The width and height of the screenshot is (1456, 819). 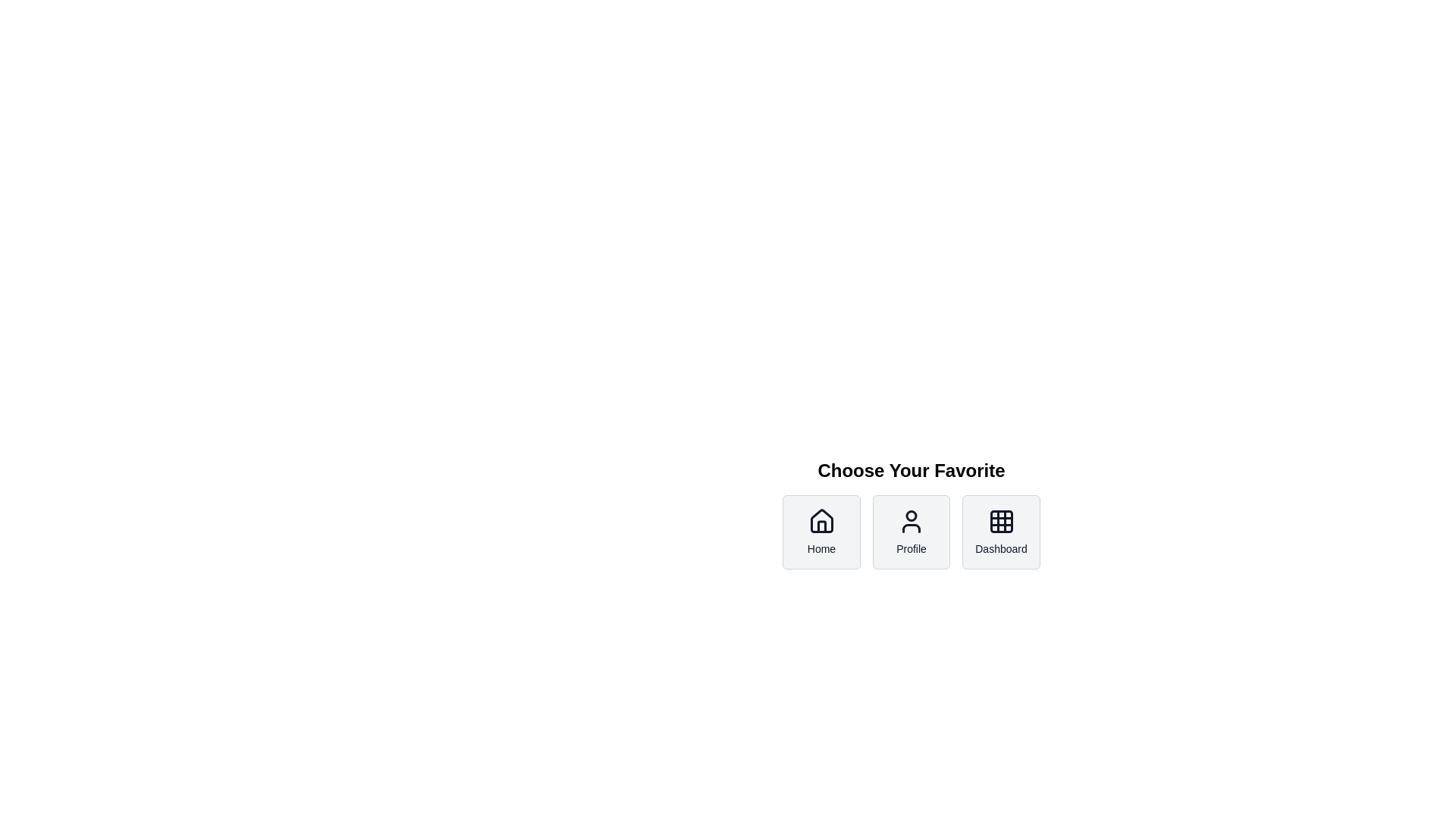 What do you see at coordinates (821, 520) in the screenshot?
I see `the 'Home' icon, which resembles a house with a triangular roof and is located in the bottom center of the interface` at bounding box center [821, 520].